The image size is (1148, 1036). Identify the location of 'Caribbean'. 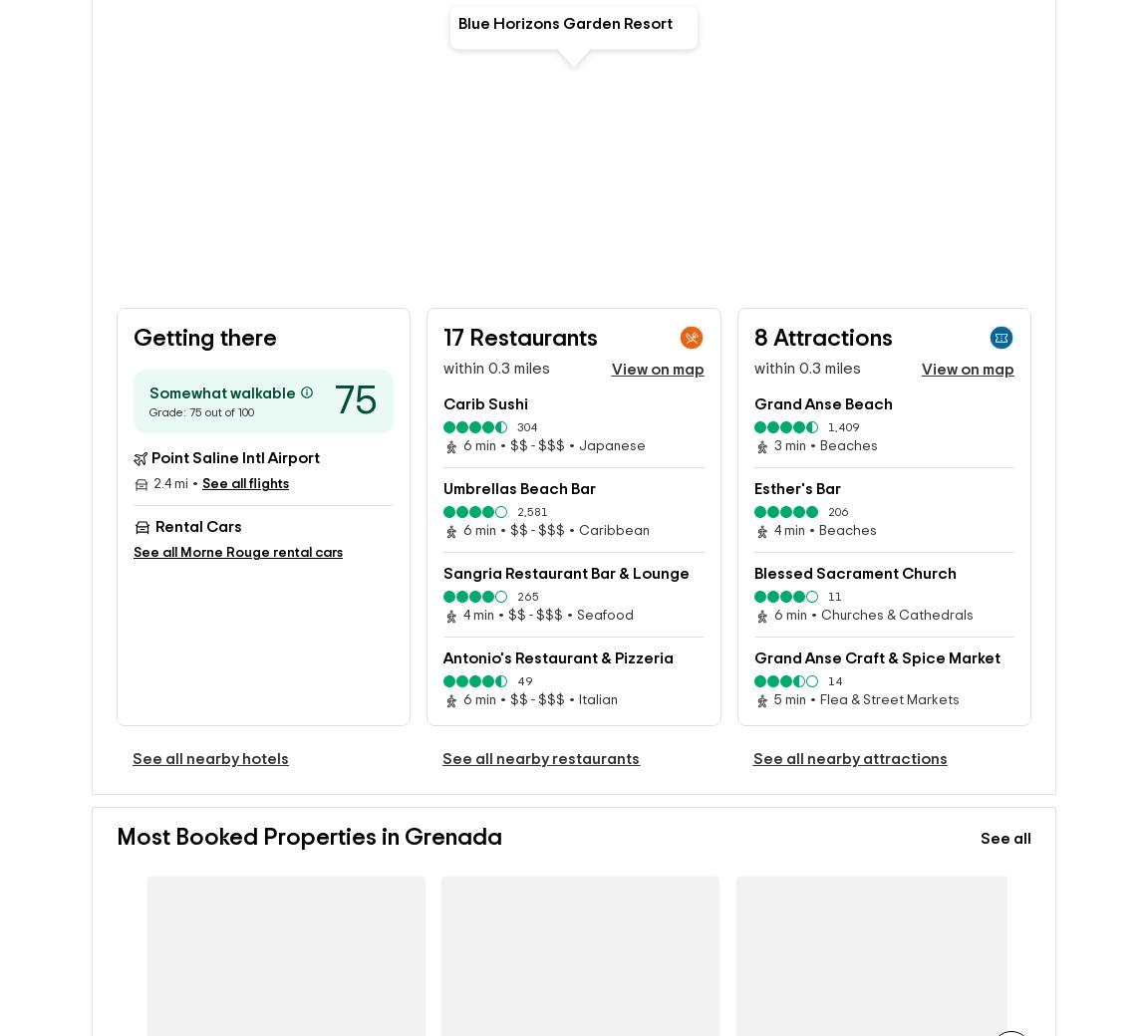
(613, 533).